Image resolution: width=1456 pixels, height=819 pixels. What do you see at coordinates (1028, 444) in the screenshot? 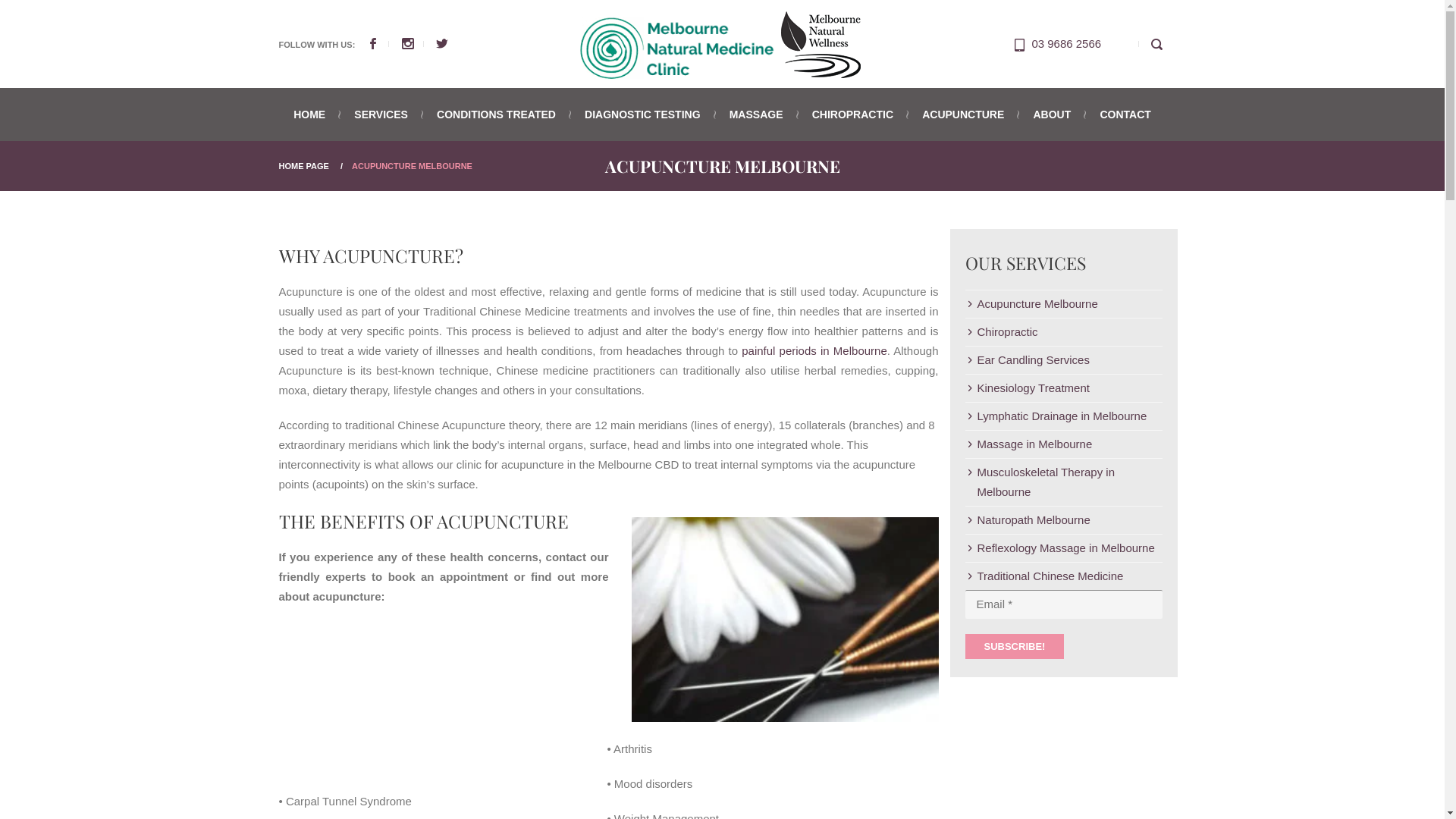
I see `'Massage in Melbourne'` at bounding box center [1028, 444].